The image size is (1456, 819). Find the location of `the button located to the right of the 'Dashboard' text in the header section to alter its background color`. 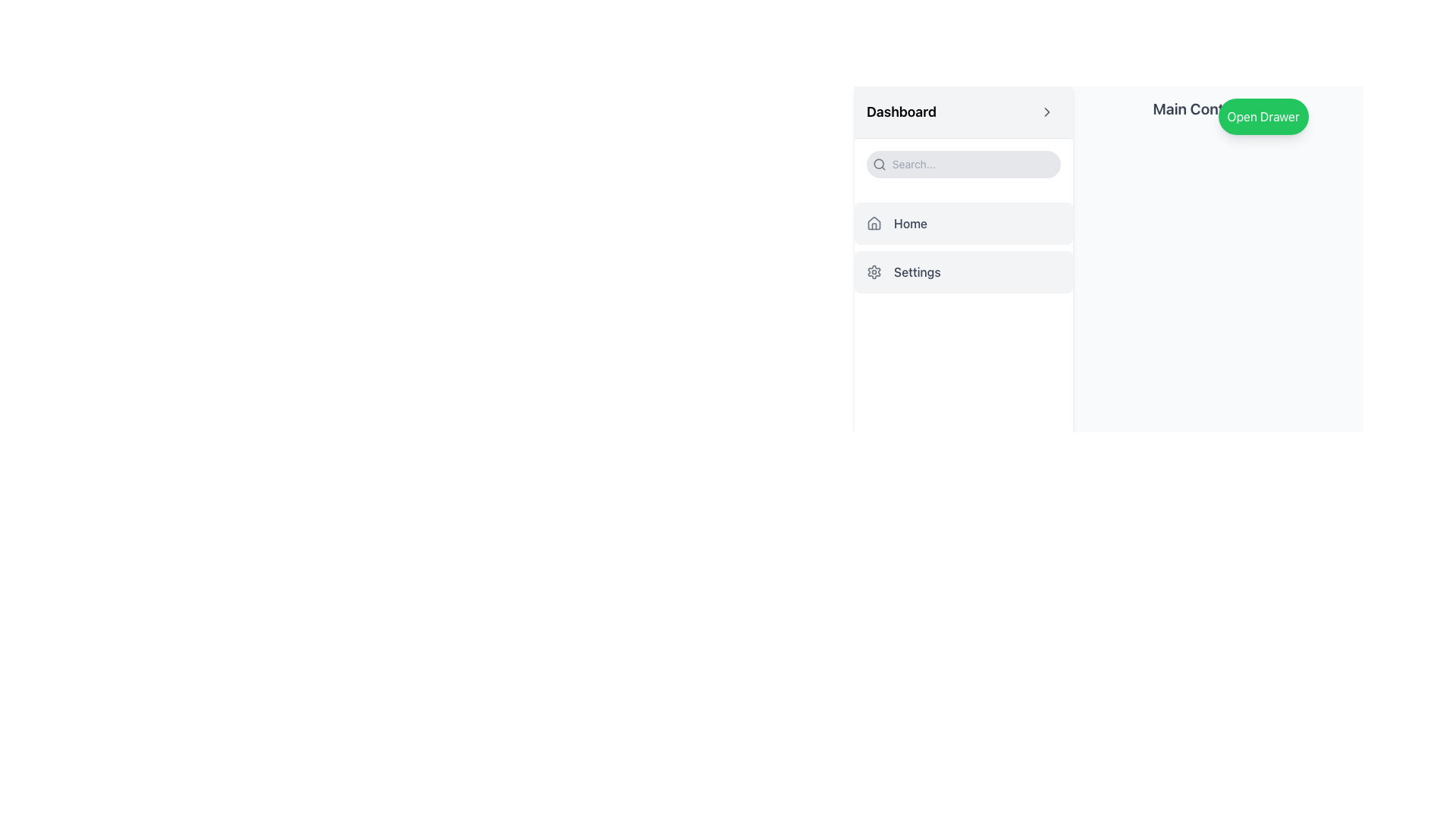

the button located to the right of the 'Dashboard' text in the header section to alter its background color is located at coordinates (1046, 111).